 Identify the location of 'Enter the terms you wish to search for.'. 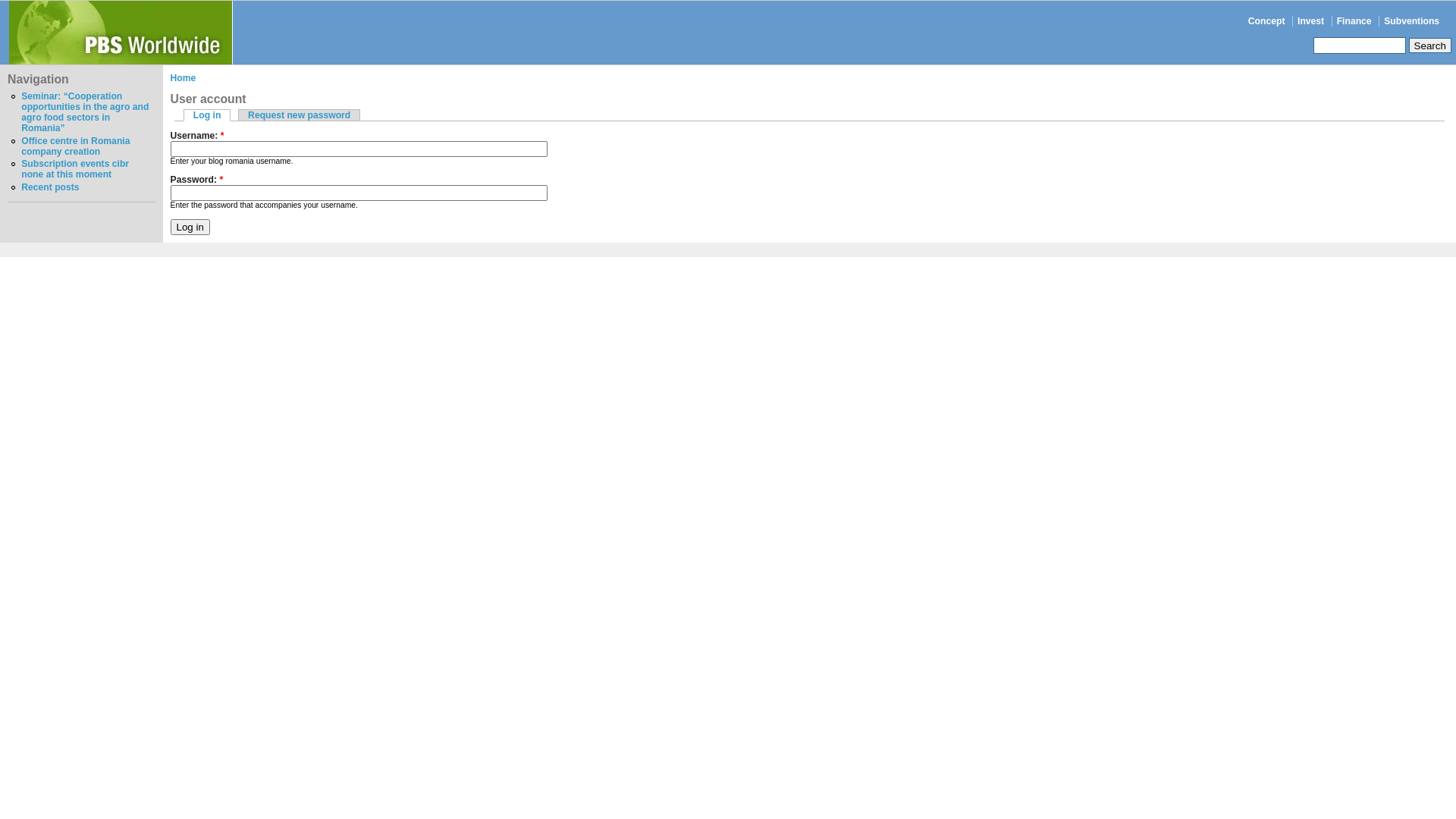
(1360, 45).